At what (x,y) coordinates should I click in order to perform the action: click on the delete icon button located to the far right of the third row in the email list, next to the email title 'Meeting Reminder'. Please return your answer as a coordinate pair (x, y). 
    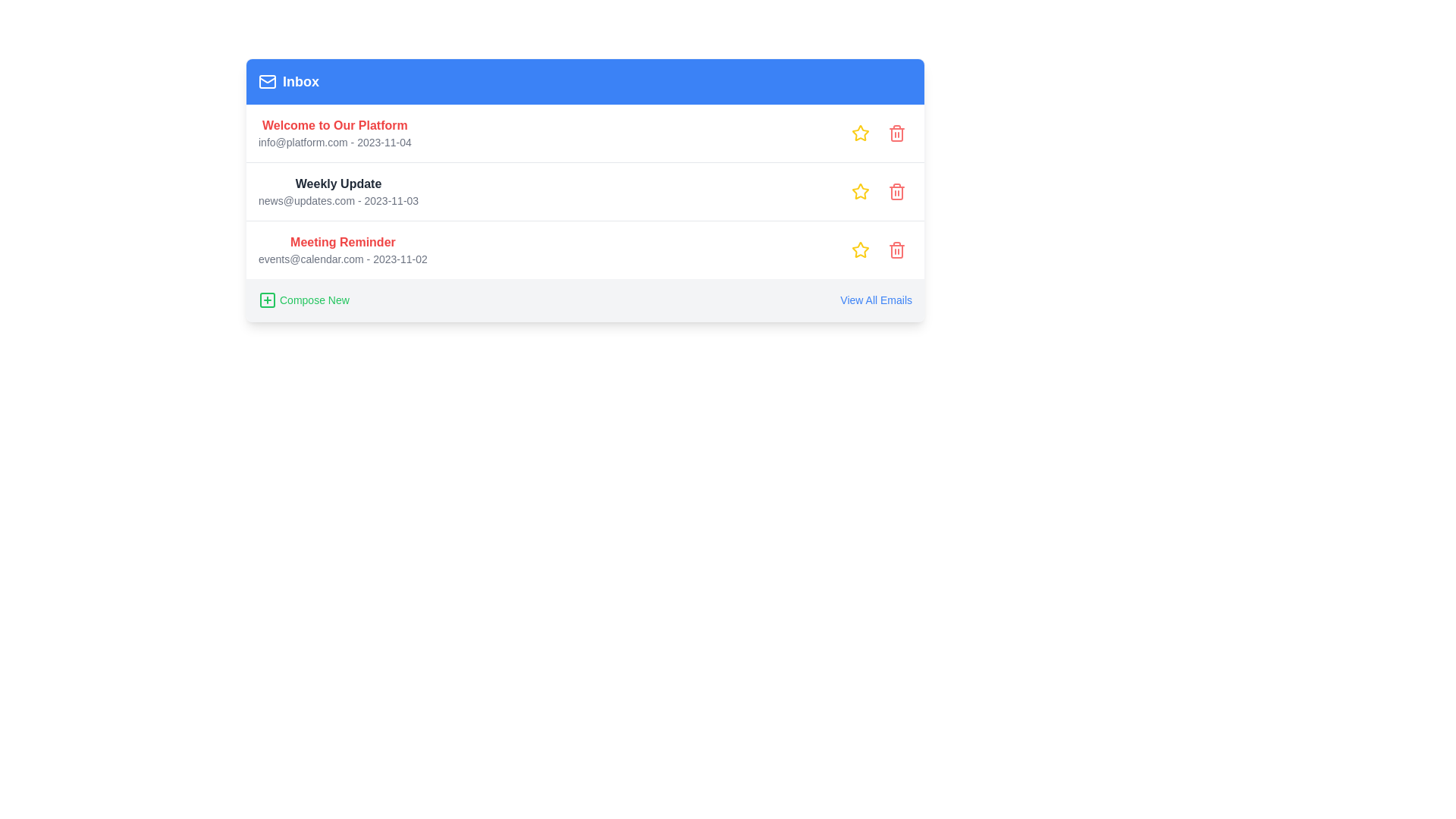
    Looking at the image, I should click on (896, 191).